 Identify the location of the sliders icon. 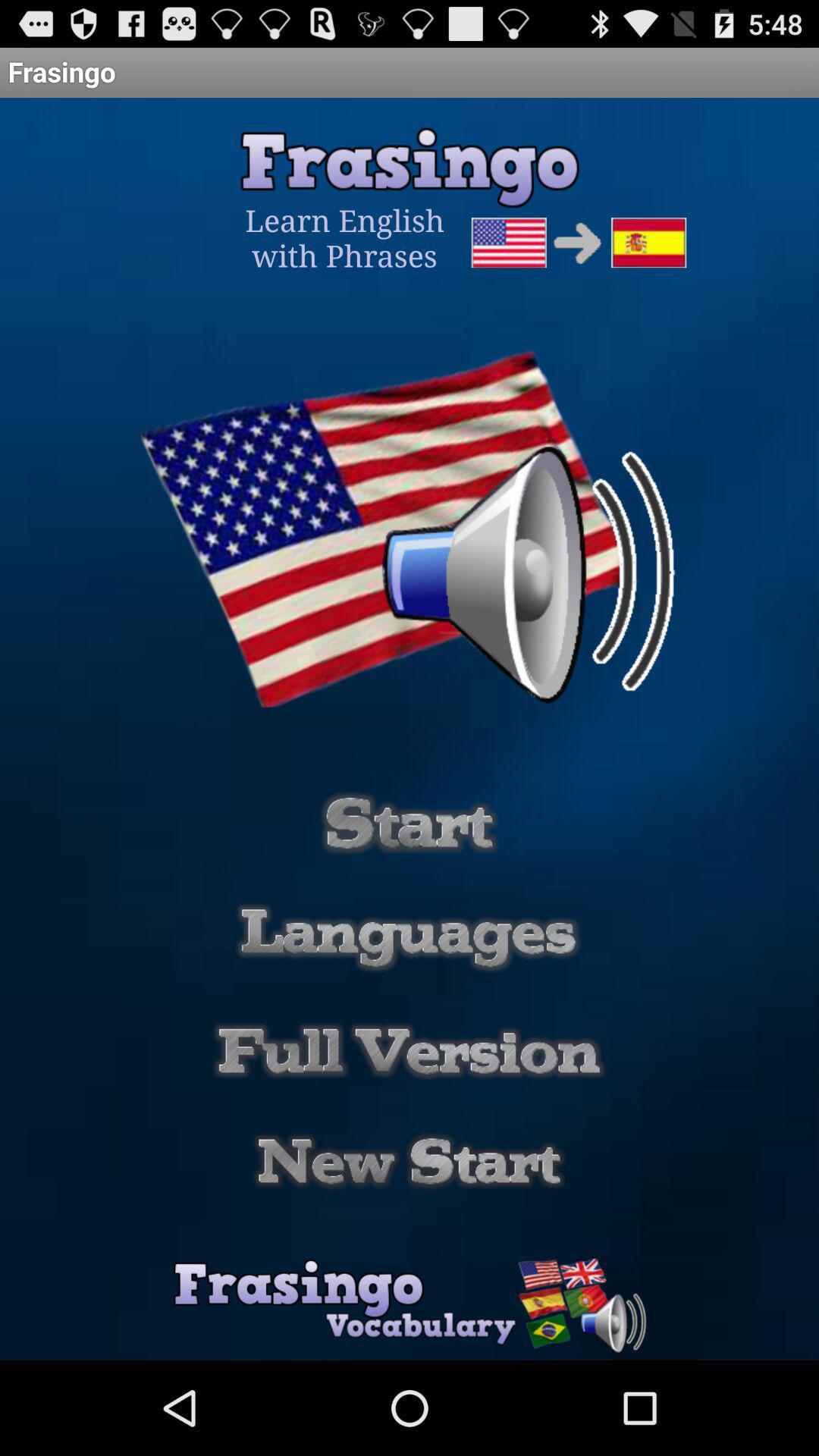
(408, 1003).